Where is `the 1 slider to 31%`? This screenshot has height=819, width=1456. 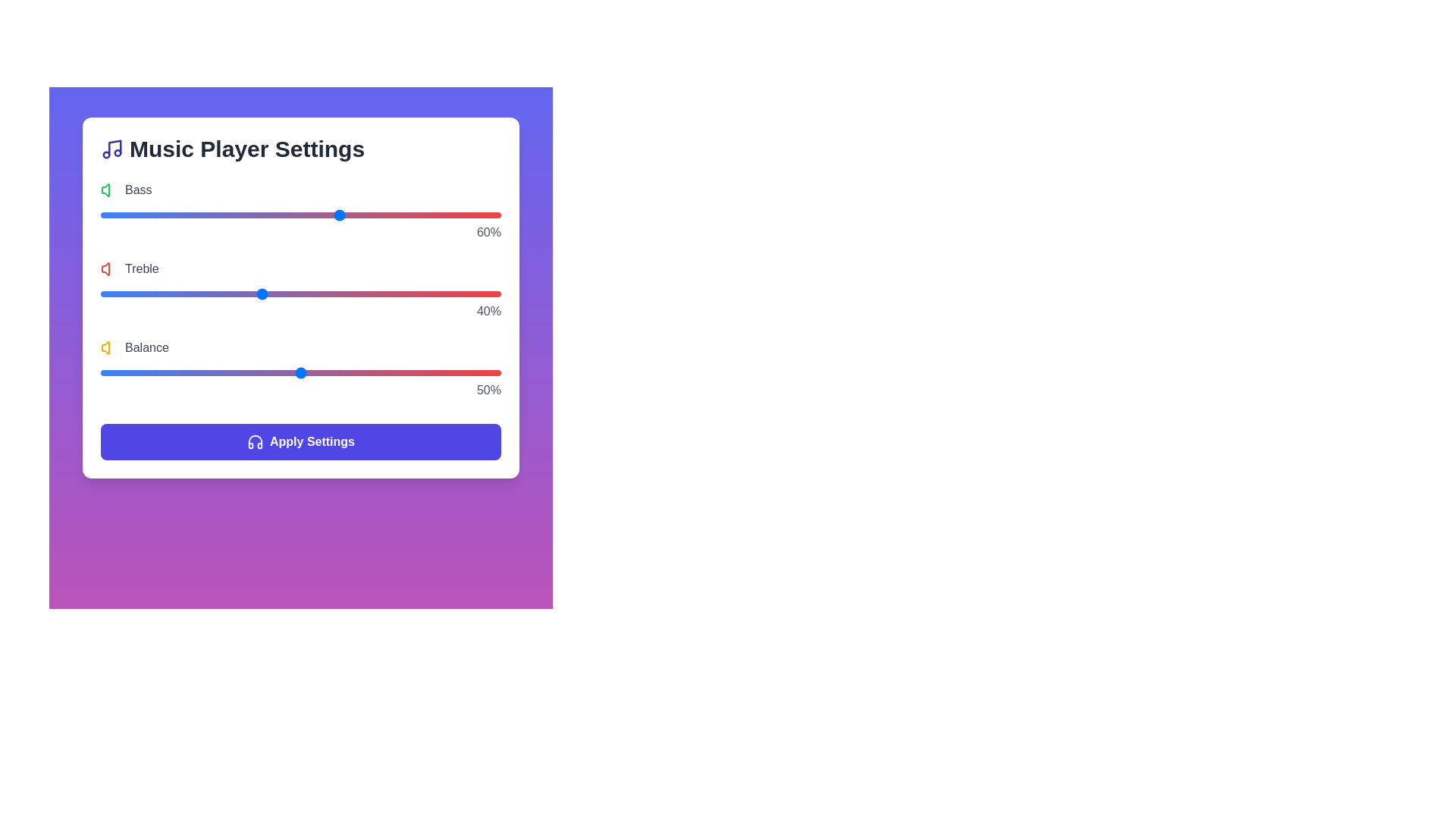 the 1 slider to 31% is located at coordinates (224, 294).